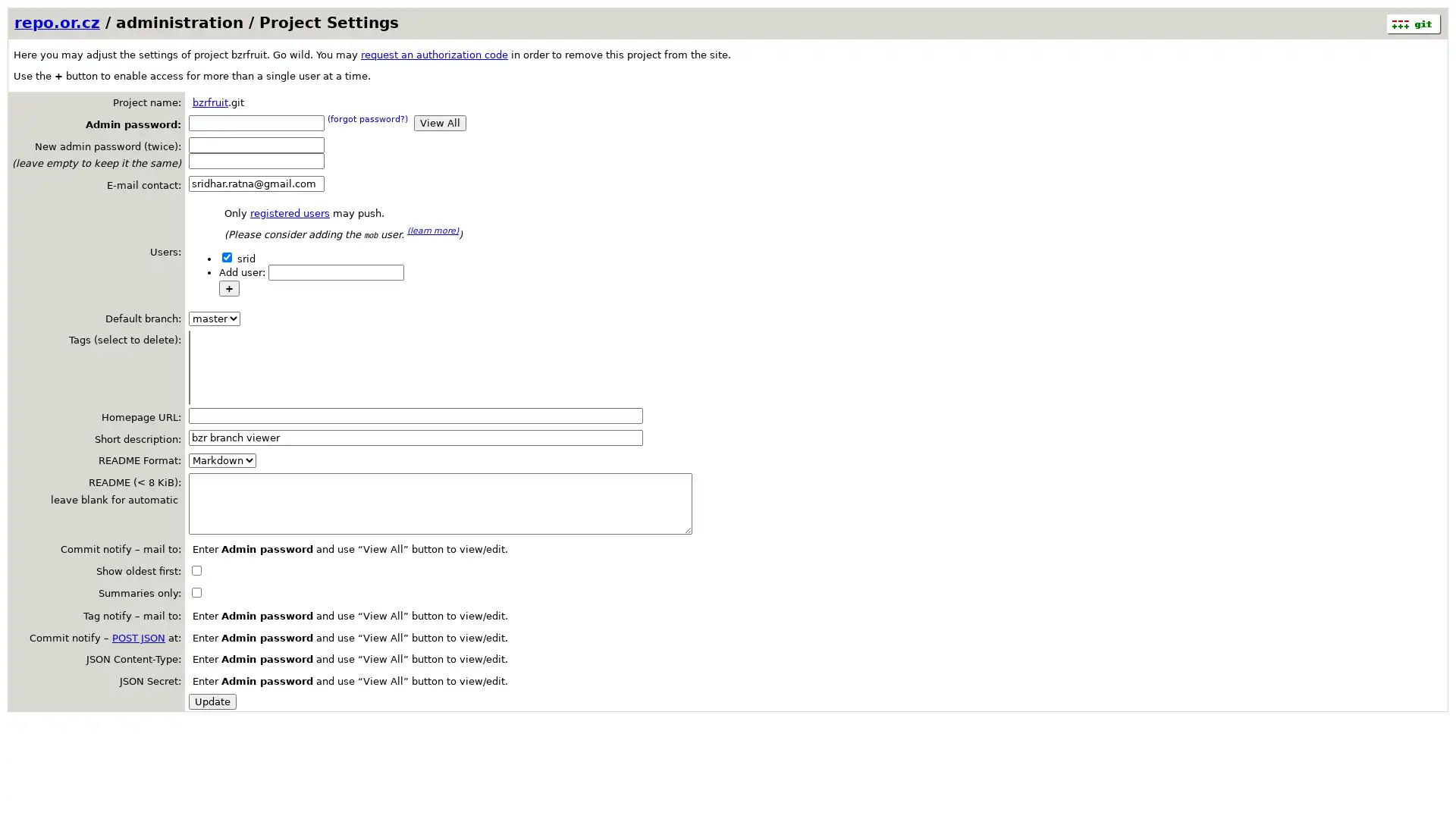 This screenshot has width=1456, height=819. What do you see at coordinates (212, 701) in the screenshot?
I see `Update` at bounding box center [212, 701].